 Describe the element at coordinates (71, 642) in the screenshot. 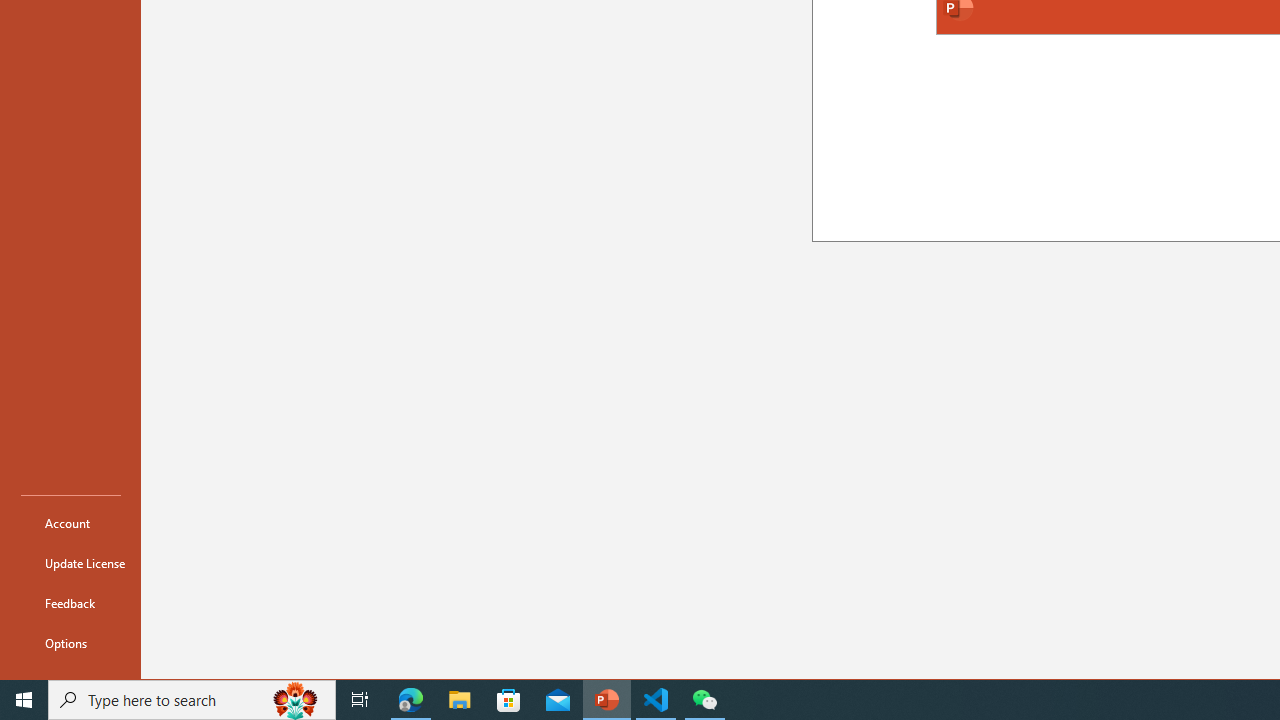

I see `'Options'` at that location.